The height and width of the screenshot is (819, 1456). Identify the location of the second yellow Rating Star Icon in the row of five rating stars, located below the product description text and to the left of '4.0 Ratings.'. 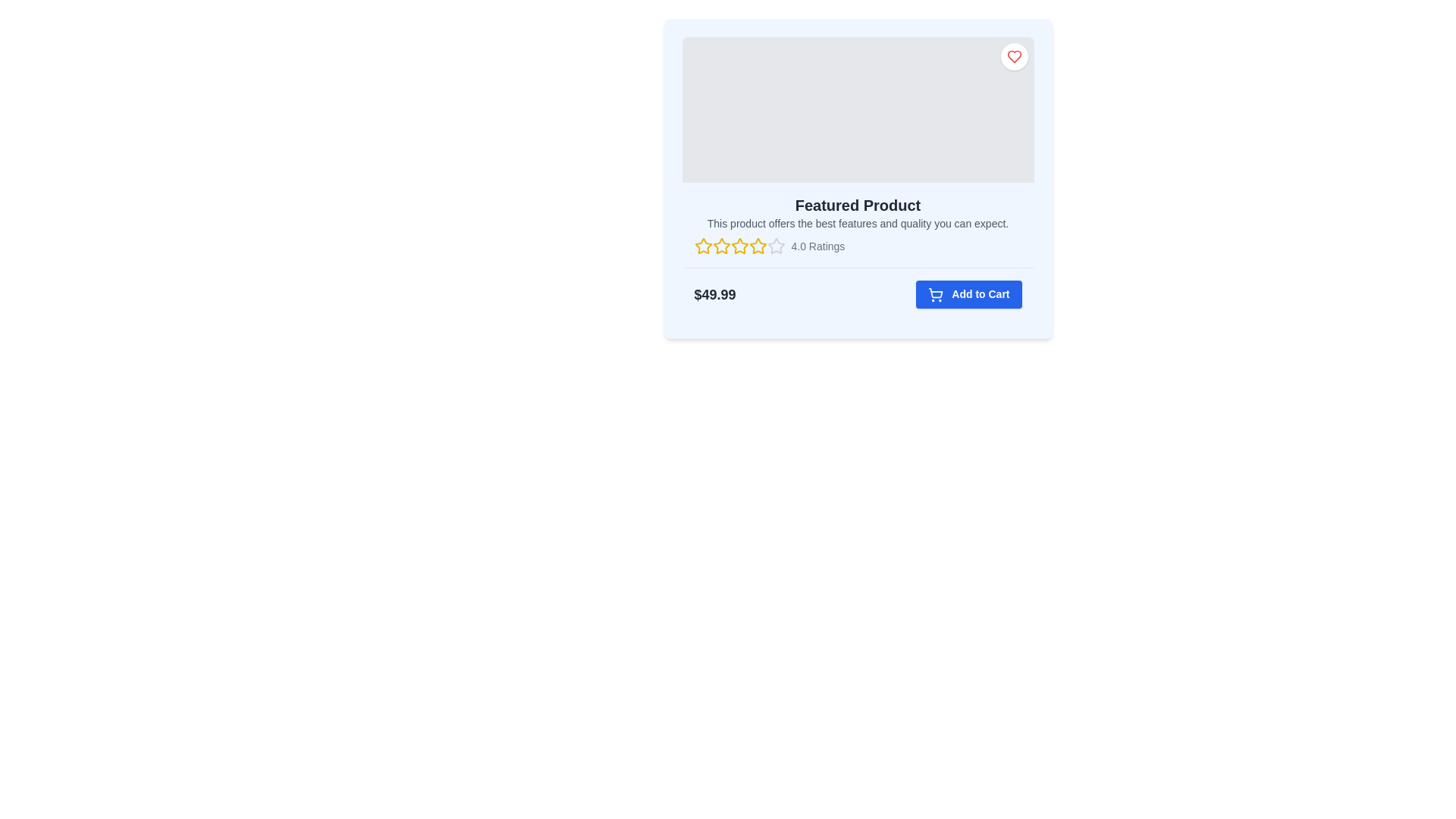
(720, 245).